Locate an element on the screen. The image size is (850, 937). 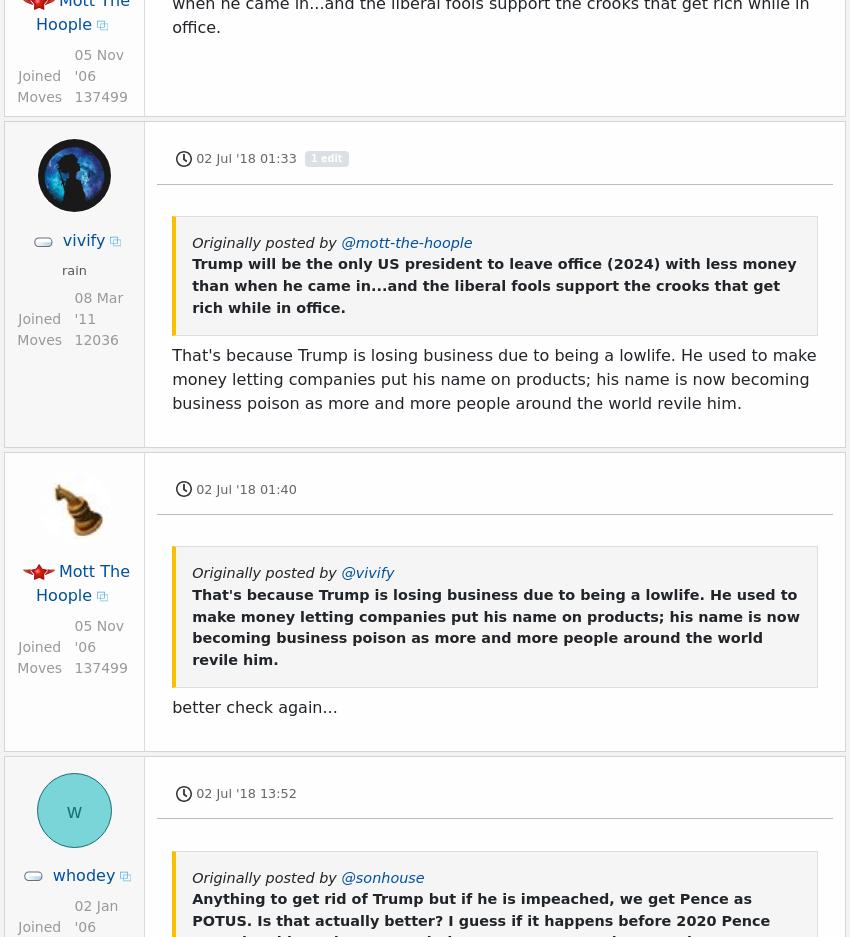
'Learn More' is located at coordinates (490, 43).